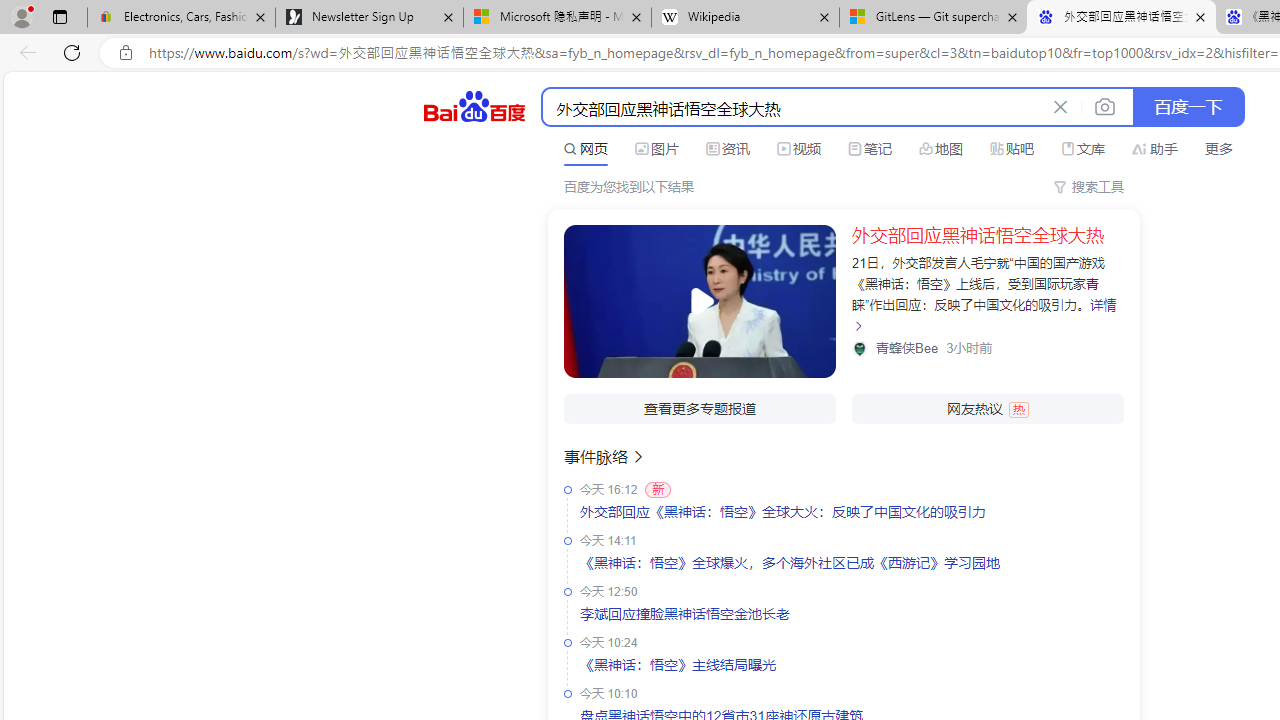  I want to click on 'Wikipedia', so click(743, 17).